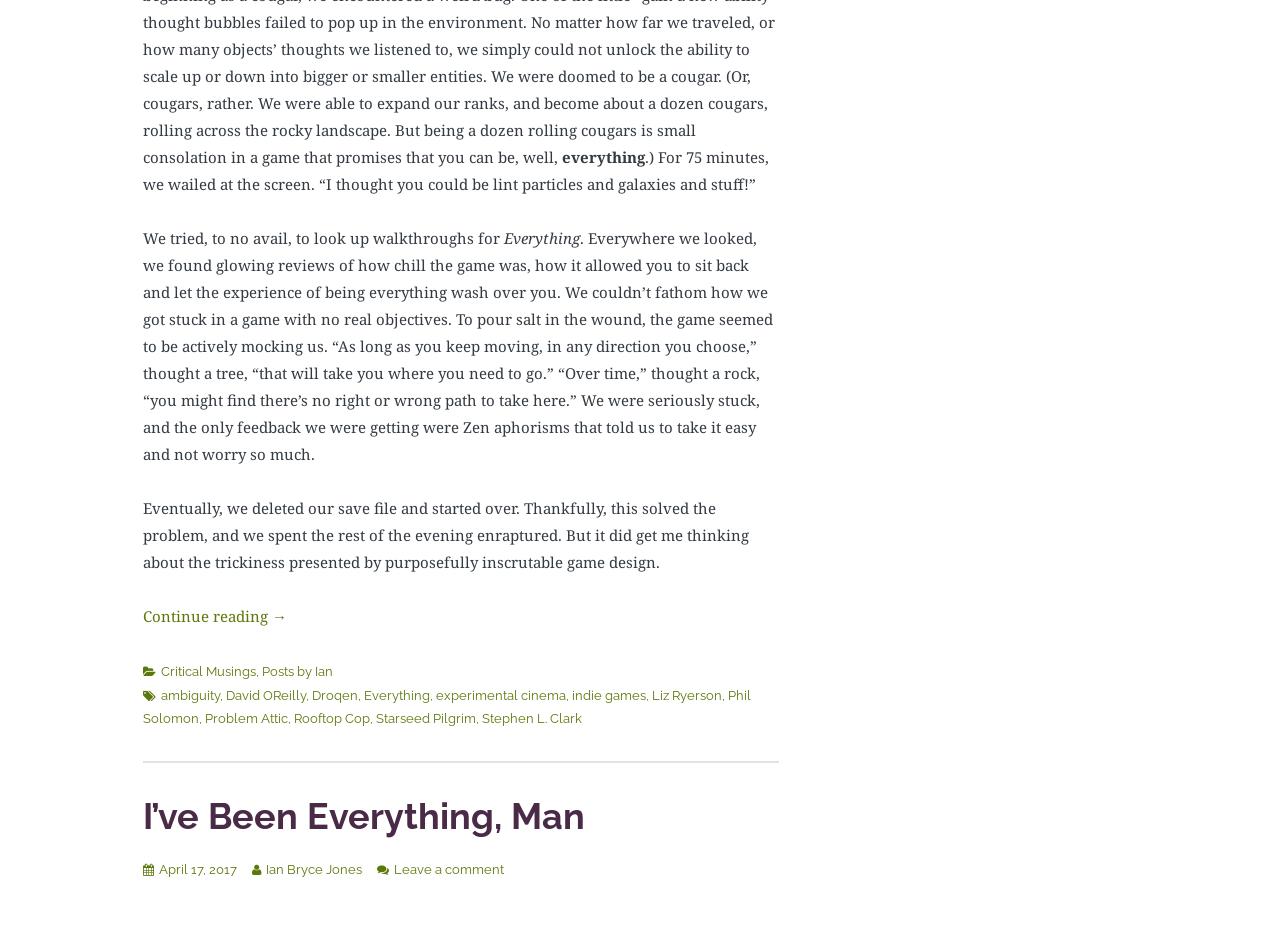 This screenshot has height=950, width=1280. Describe the element at coordinates (652, 694) in the screenshot. I see `'Liz Ryerson'` at that location.